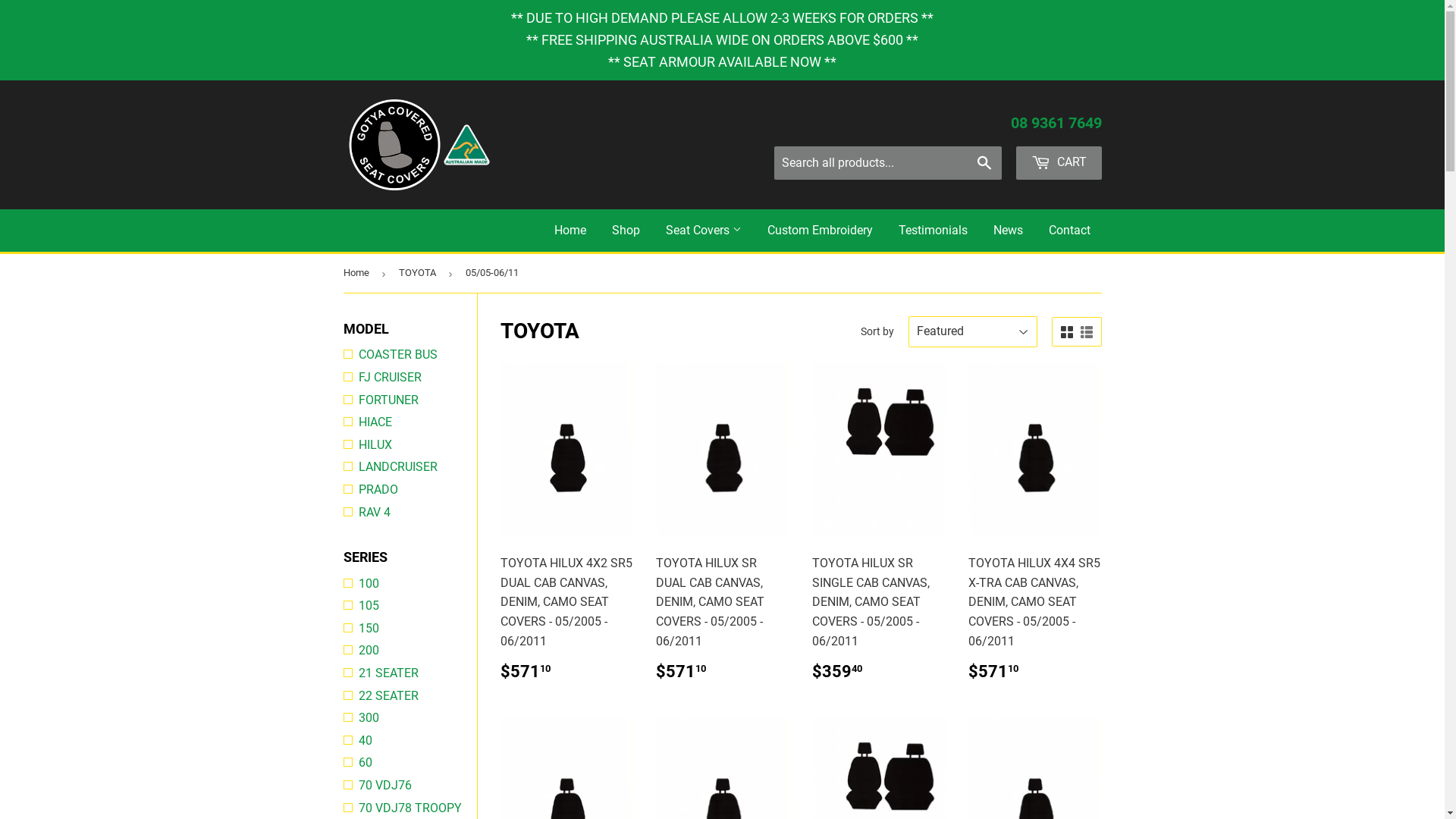  Describe the element at coordinates (409, 512) in the screenshot. I see `'RAV 4'` at that location.